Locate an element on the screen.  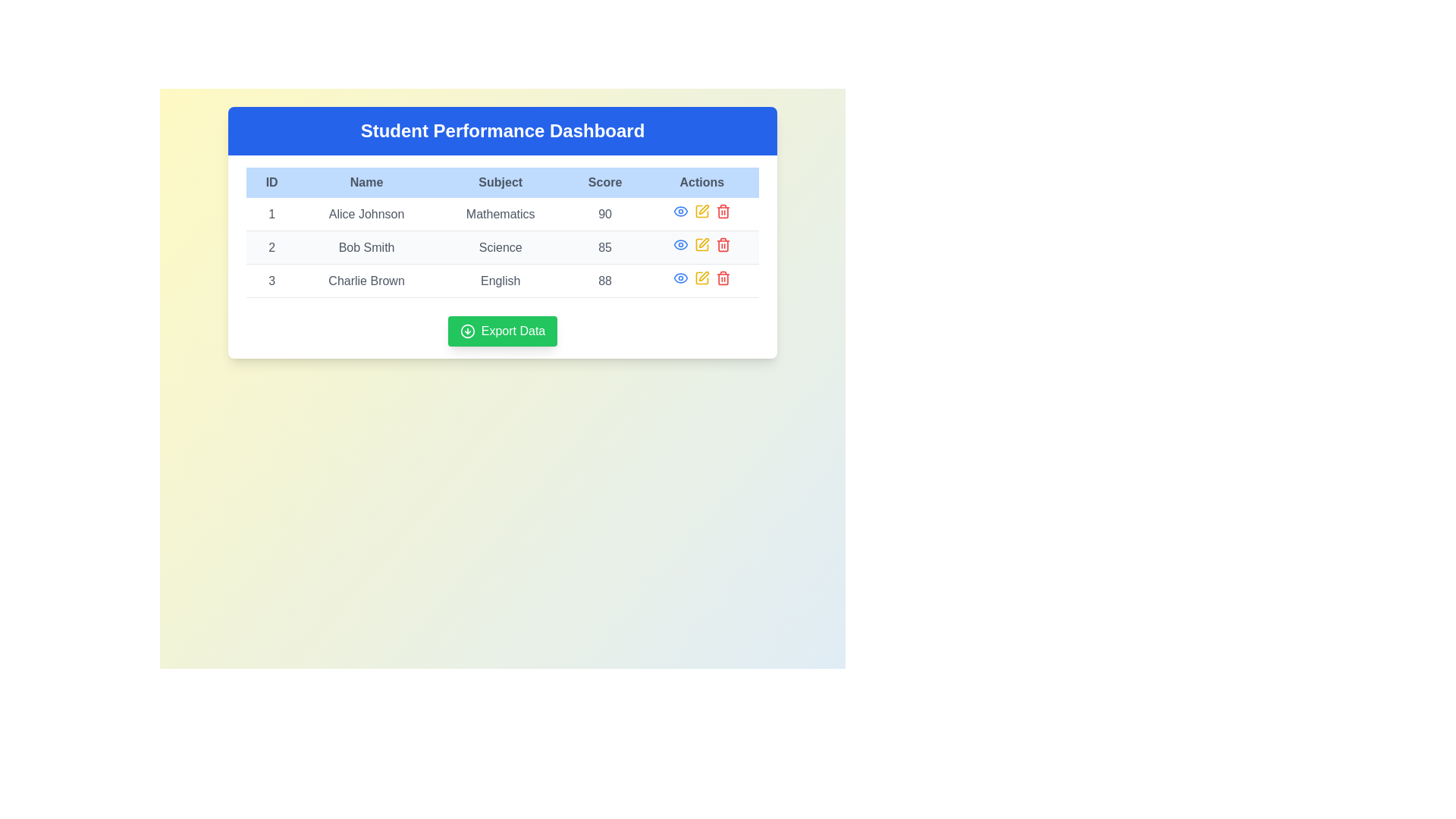
the 'Name' header cell in the Student Performance Dashboard table is located at coordinates (366, 181).